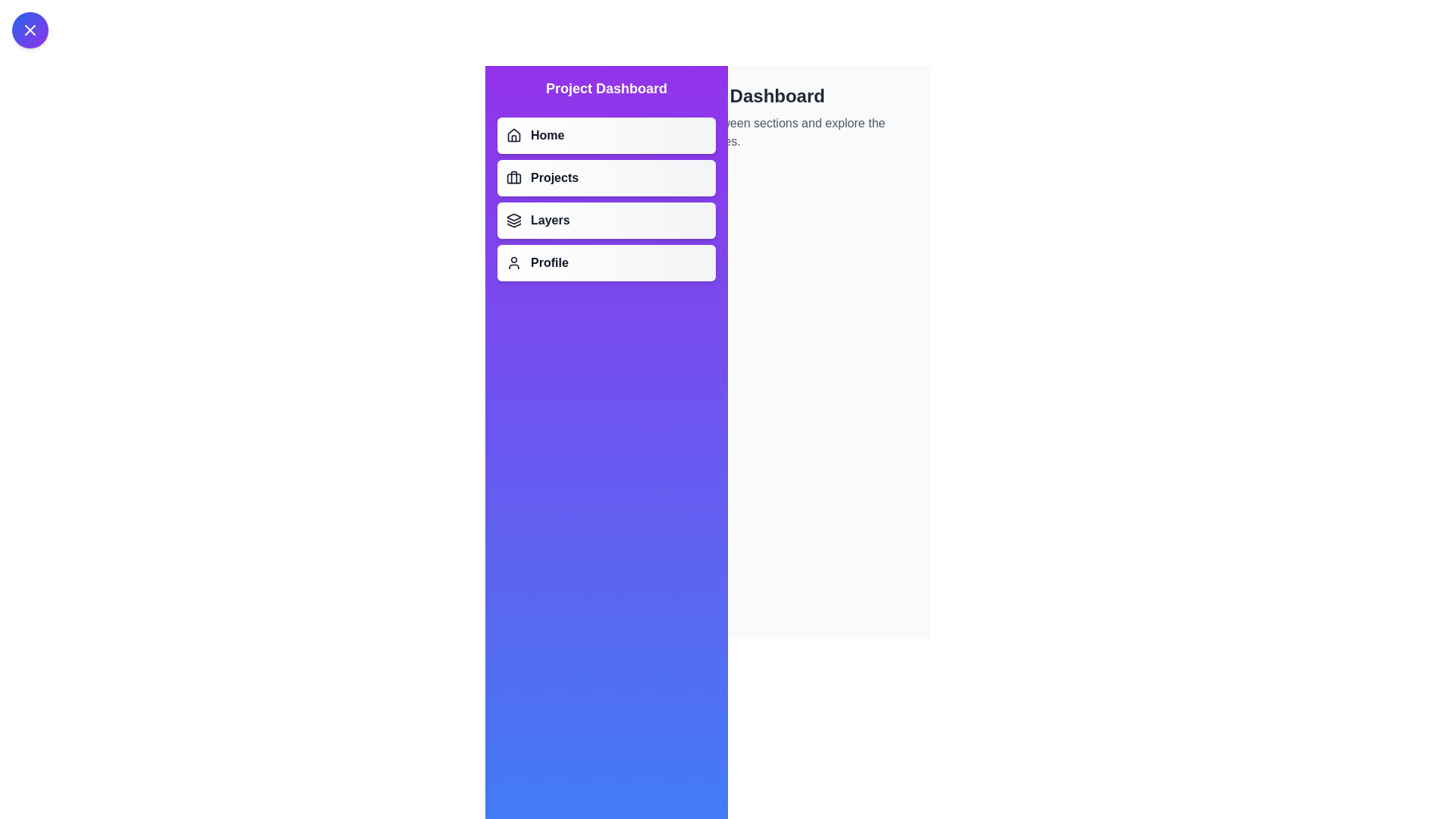 Image resolution: width=1456 pixels, height=819 pixels. What do you see at coordinates (607, 177) in the screenshot?
I see `the navigation section button labeled Projects` at bounding box center [607, 177].